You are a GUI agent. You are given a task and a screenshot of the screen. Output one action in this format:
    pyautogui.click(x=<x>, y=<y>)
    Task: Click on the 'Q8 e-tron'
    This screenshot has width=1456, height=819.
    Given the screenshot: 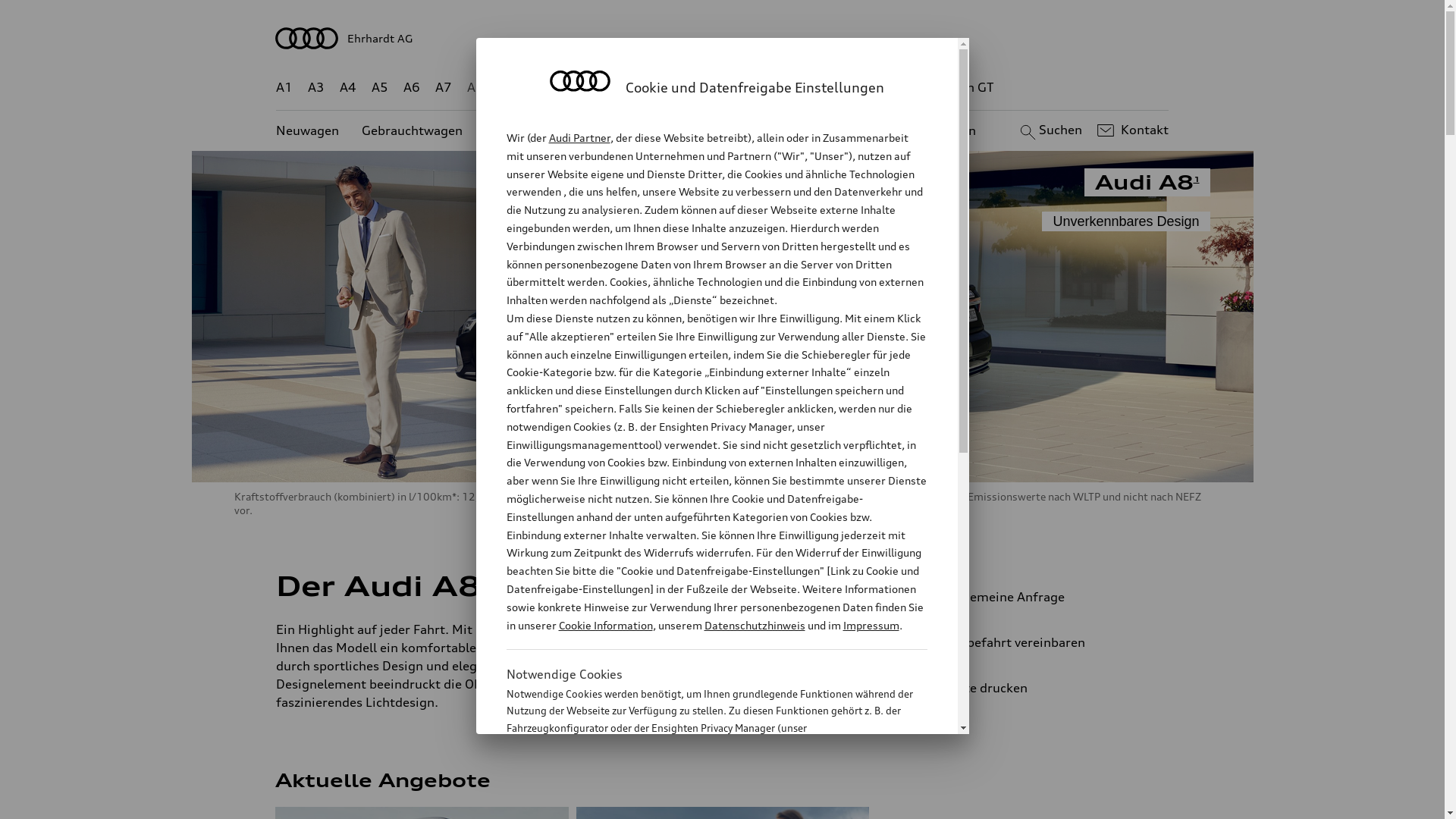 What is the action you would take?
    pyautogui.click(x=764, y=87)
    